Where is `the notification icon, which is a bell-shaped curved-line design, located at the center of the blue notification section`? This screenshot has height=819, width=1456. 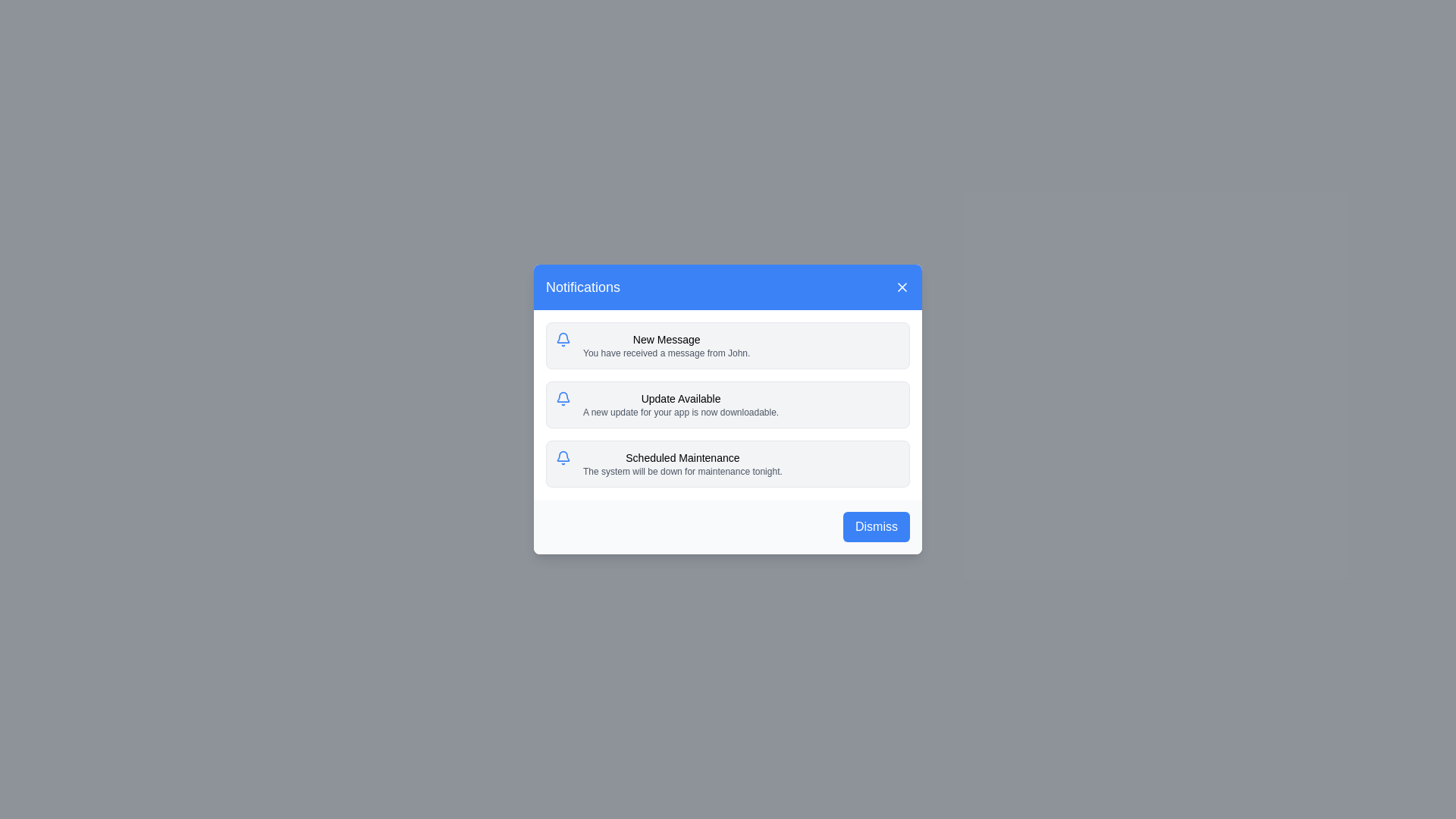
the notification icon, which is a bell-shaped curved-line design, located at the center of the blue notification section is located at coordinates (563, 455).